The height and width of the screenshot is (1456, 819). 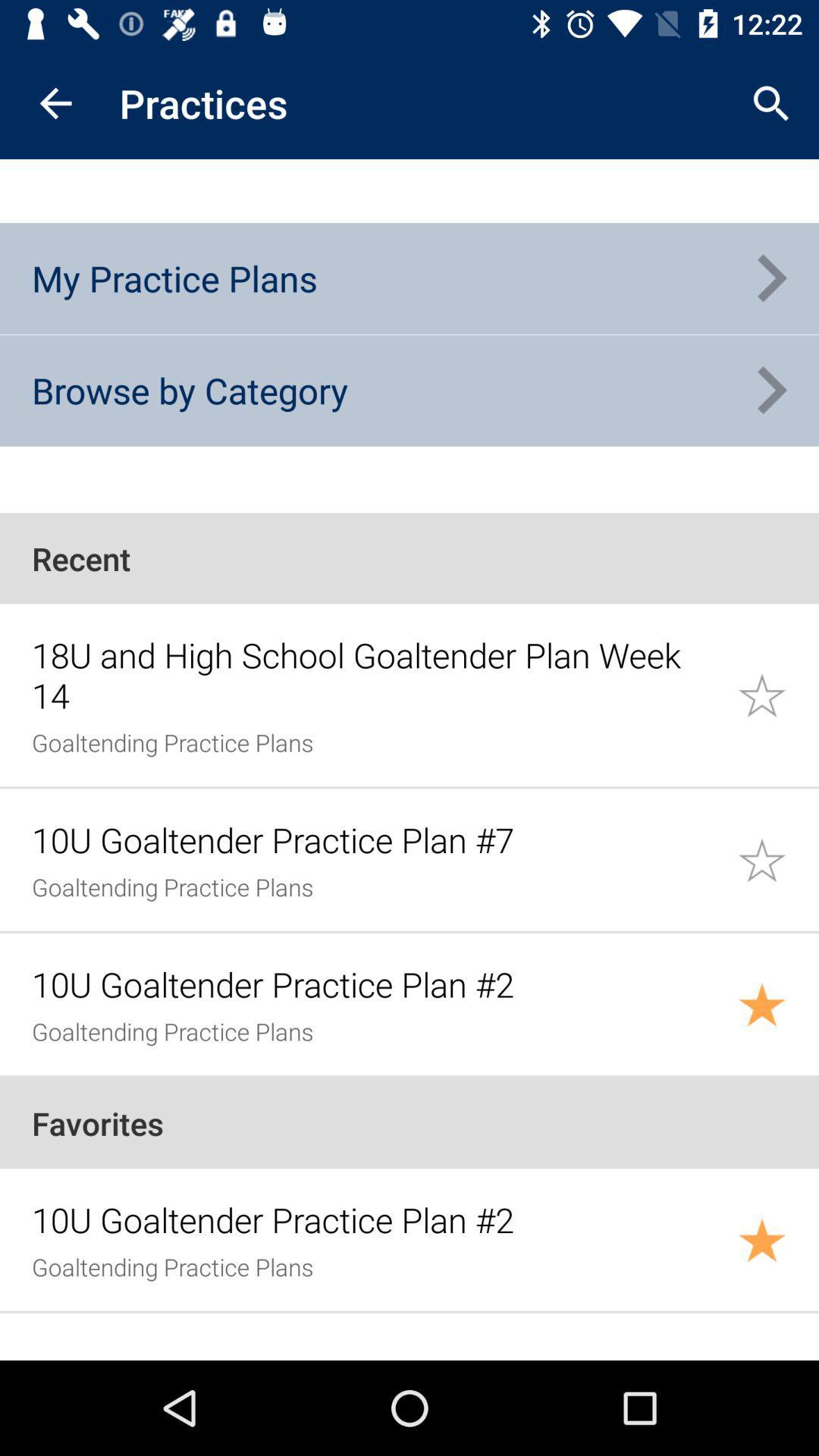 What do you see at coordinates (189, 390) in the screenshot?
I see `item below the my practice plans item` at bounding box center [189, 390].